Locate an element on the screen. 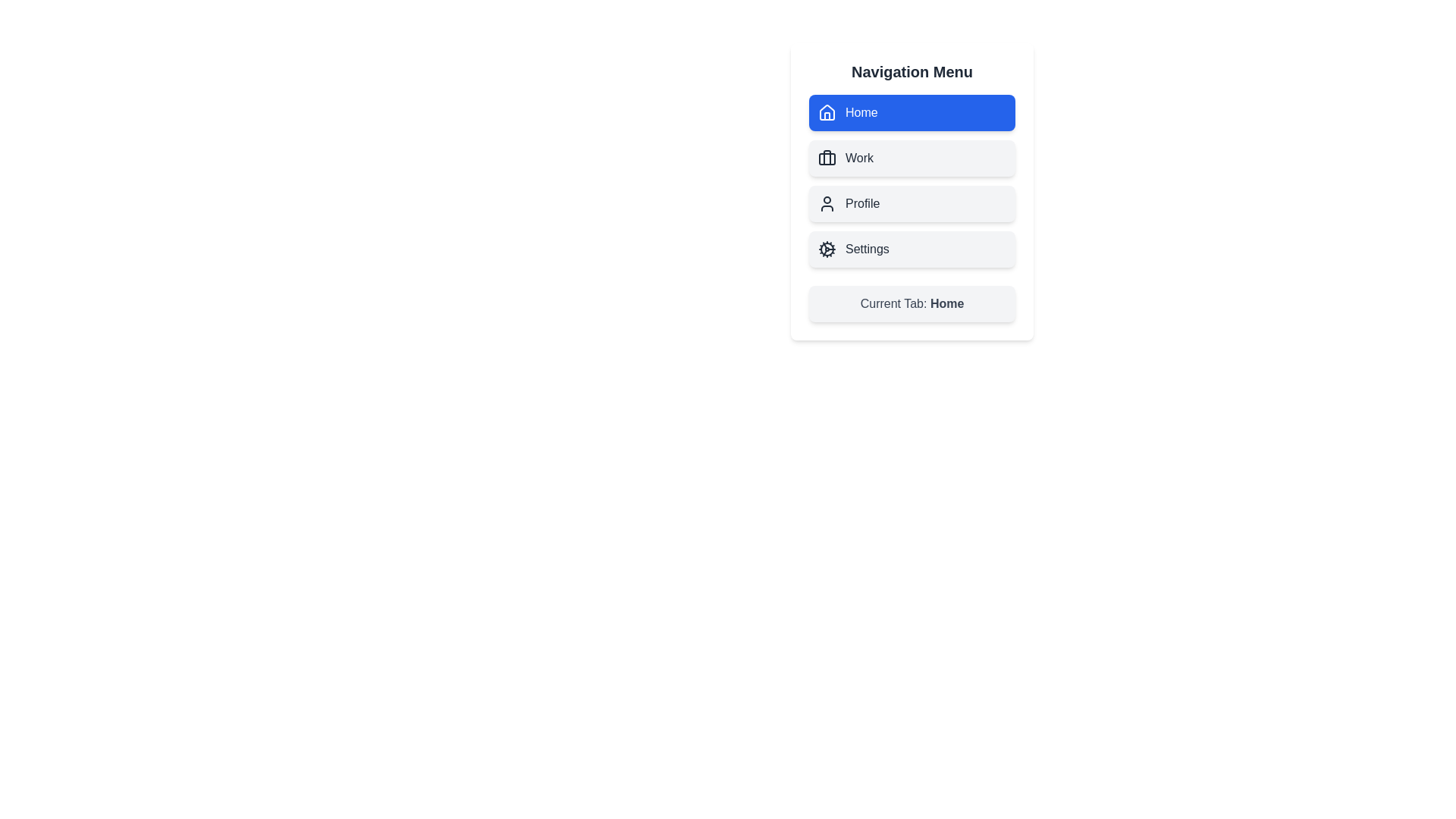  the menu item labeled Work is located at coordinates (912, 158).